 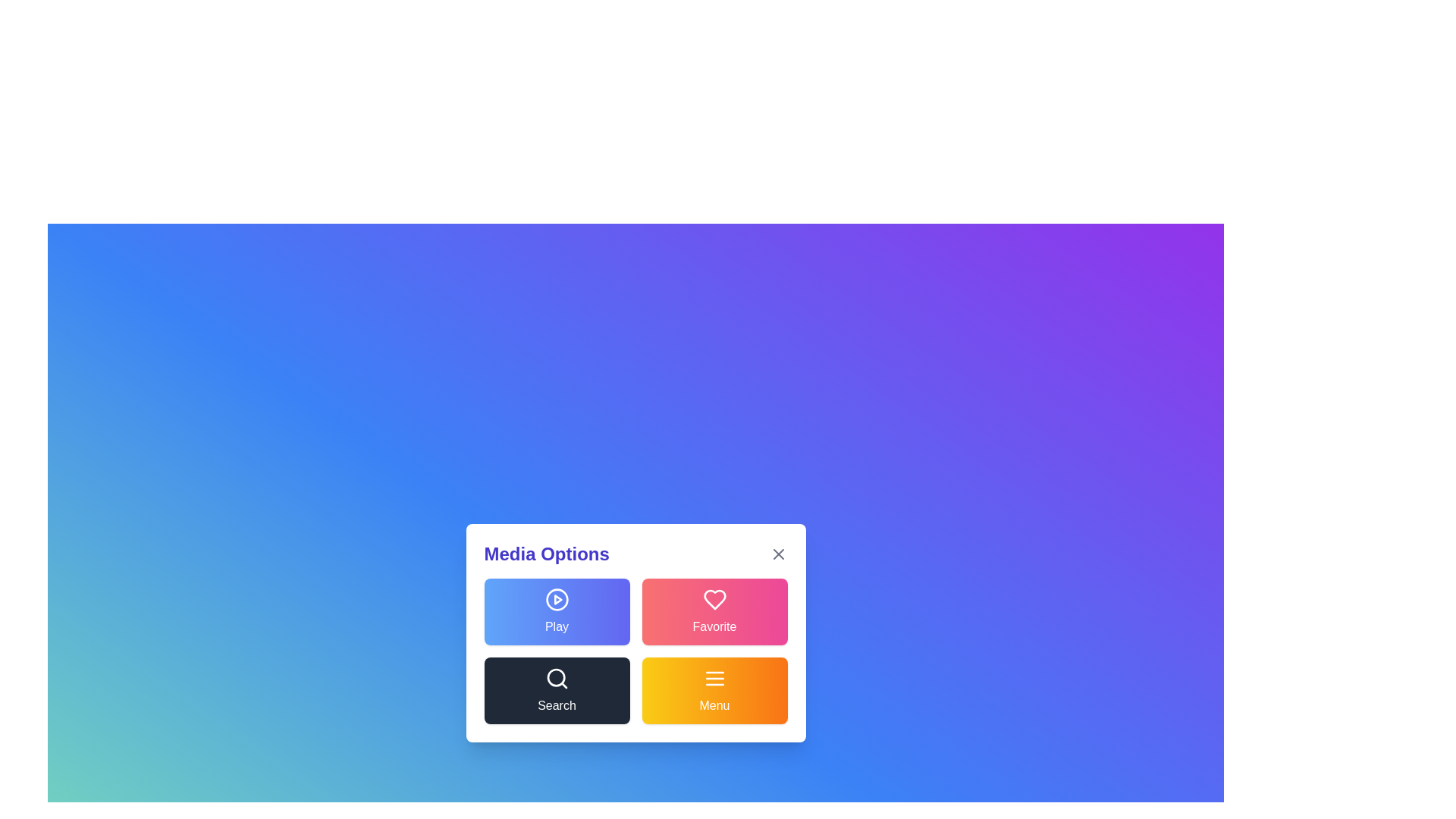 I want to click on the search button located in the bottom-left position of the 'Media Options' modal to observe style changes, so click(x=556, y=690).